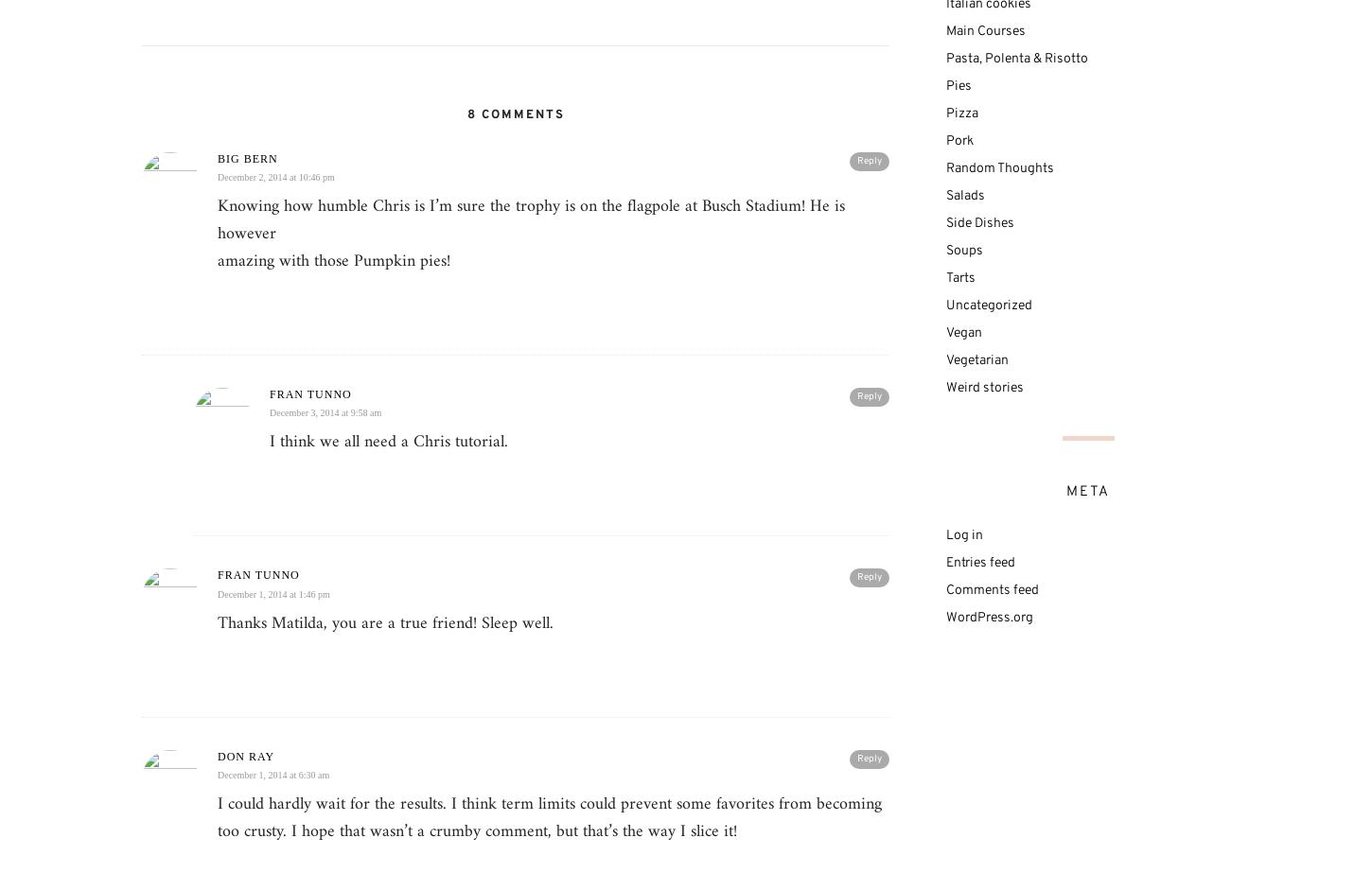 The image size is (1372, 873). What do you see at coordinates (216, 157) in the screenshot?
I see `'Big Bern'` at bounding box center [216, 157].